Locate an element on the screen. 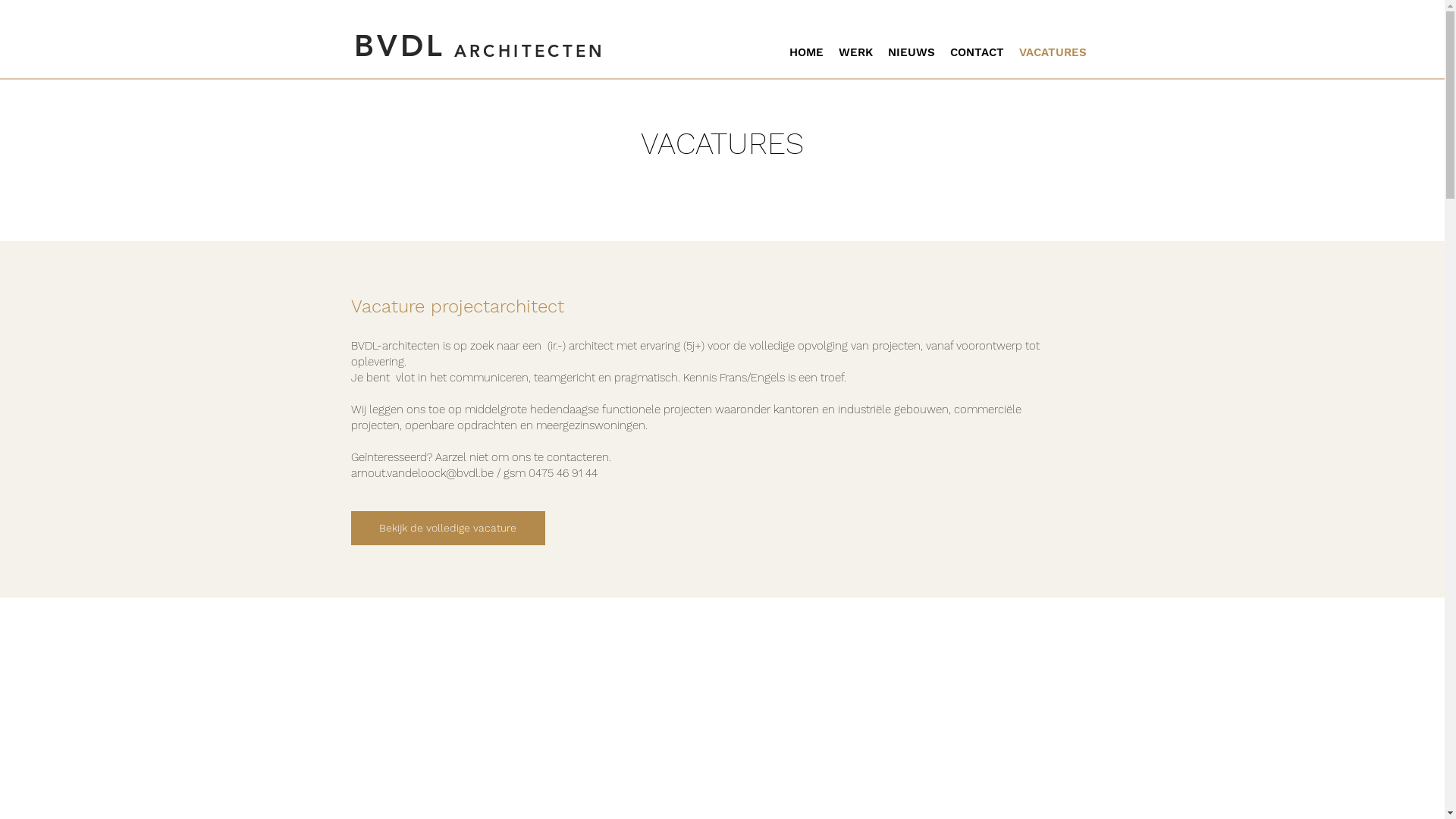 The height and width of the screenshot is (819, 1456). 'WERK' is located at coordinates (855, 52).